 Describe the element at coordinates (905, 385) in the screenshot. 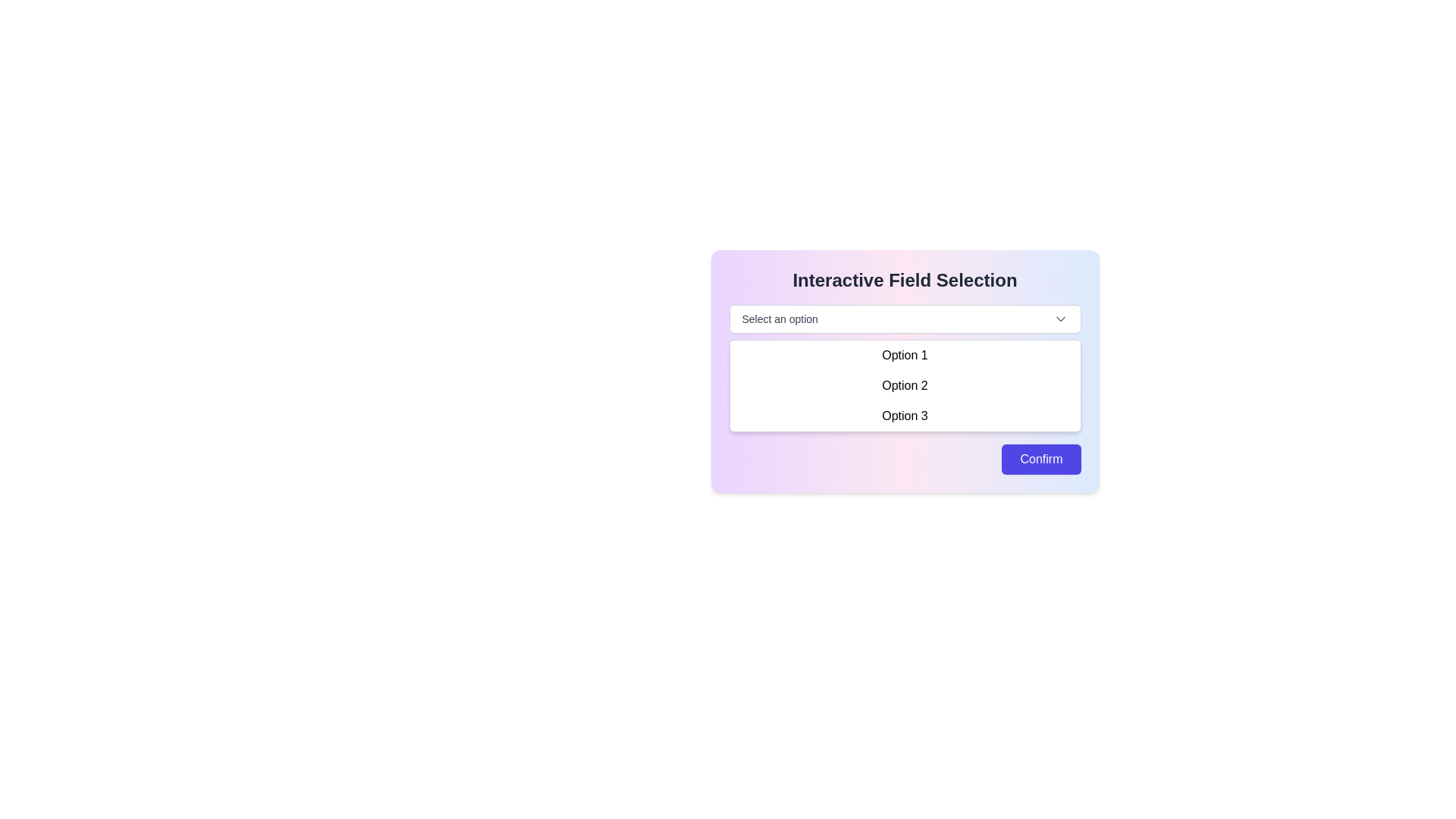

I see `the options in the dropdown menu located below the 'Select an option' text` at that location.